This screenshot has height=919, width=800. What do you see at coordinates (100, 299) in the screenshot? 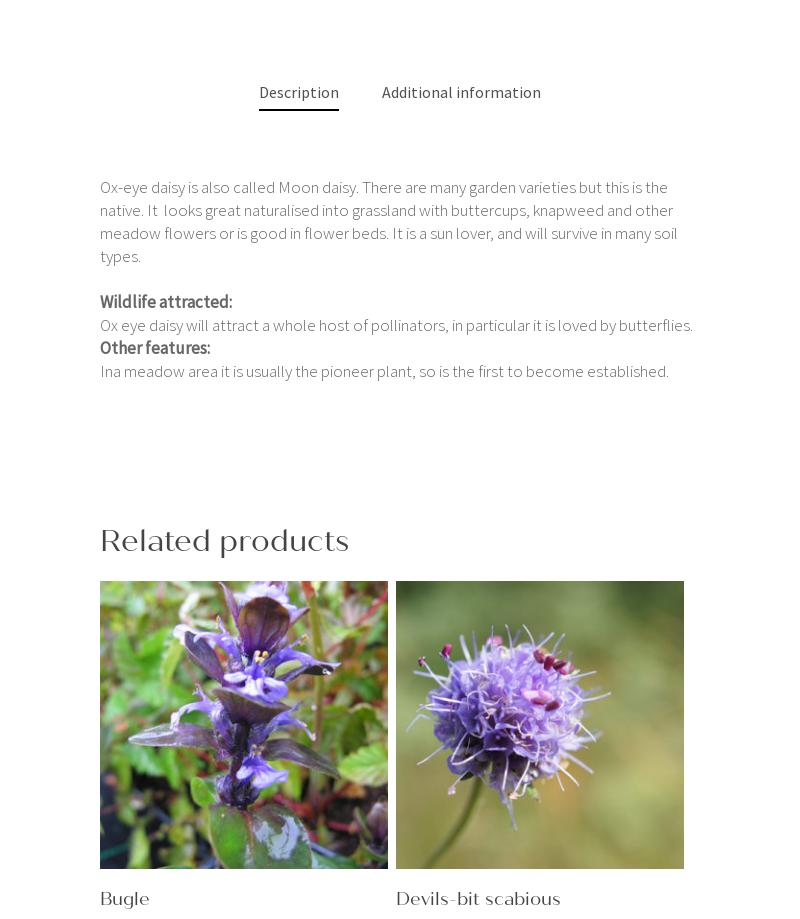
I see `'Wildlife attracted:'` at bounding box center [100, 299].